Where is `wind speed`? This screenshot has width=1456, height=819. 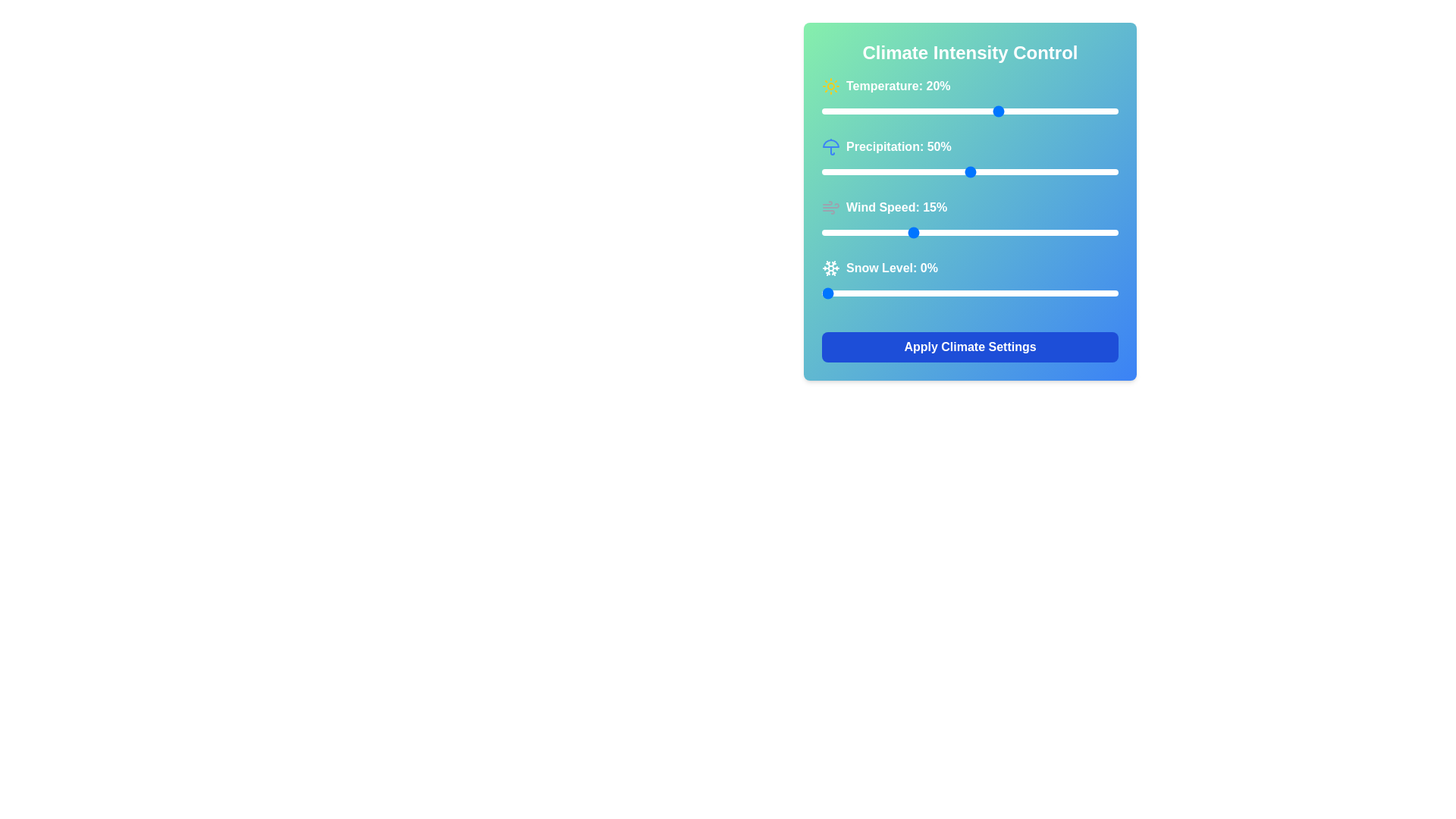 wind speed is located at coordinates (934, 233).